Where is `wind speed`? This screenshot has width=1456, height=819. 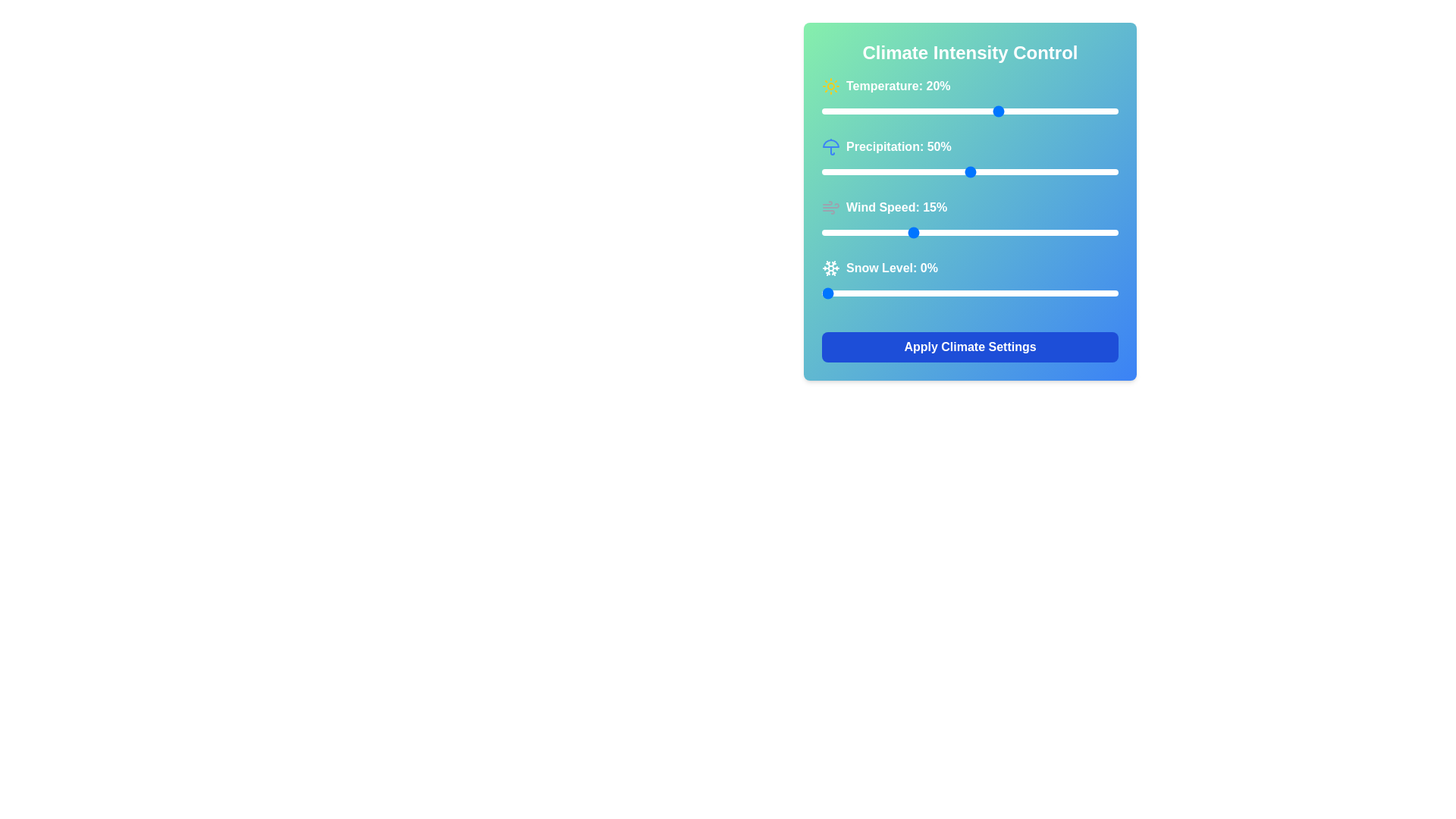 wind speed is located at coordinates (934, 233).